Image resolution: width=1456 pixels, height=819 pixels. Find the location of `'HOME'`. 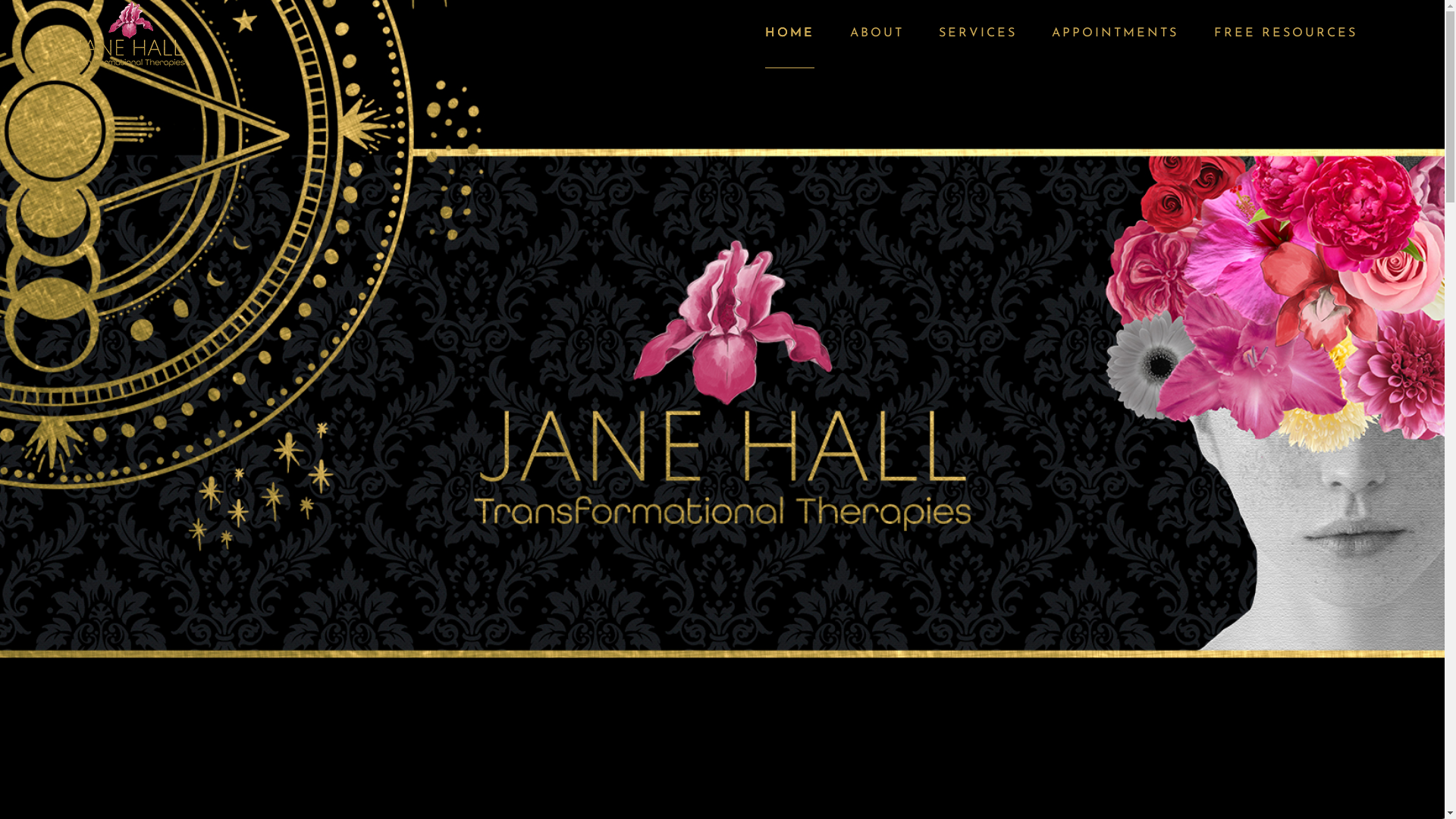

'HOME' is located at coordinates (789, 34).